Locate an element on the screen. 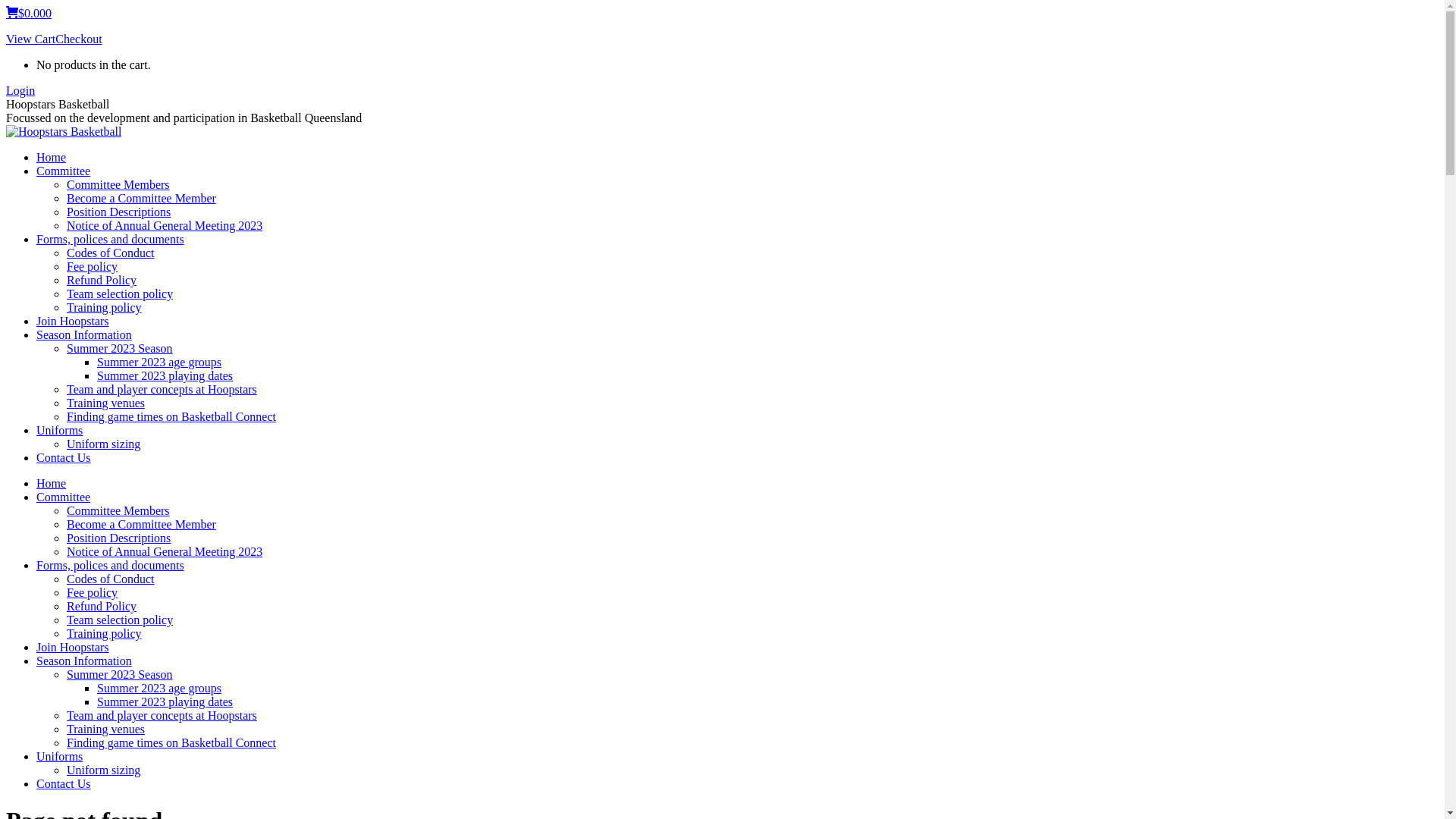 The image size is (1456, 819). 'Summer 2023 age groups' is located at coordinates (159, 362).